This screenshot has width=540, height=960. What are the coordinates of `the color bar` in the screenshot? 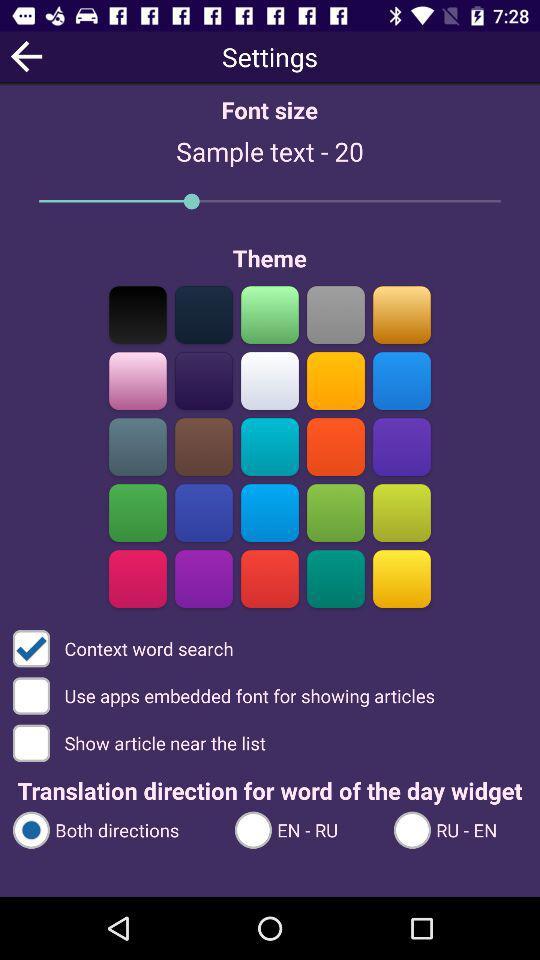 It's located at (270, 380).